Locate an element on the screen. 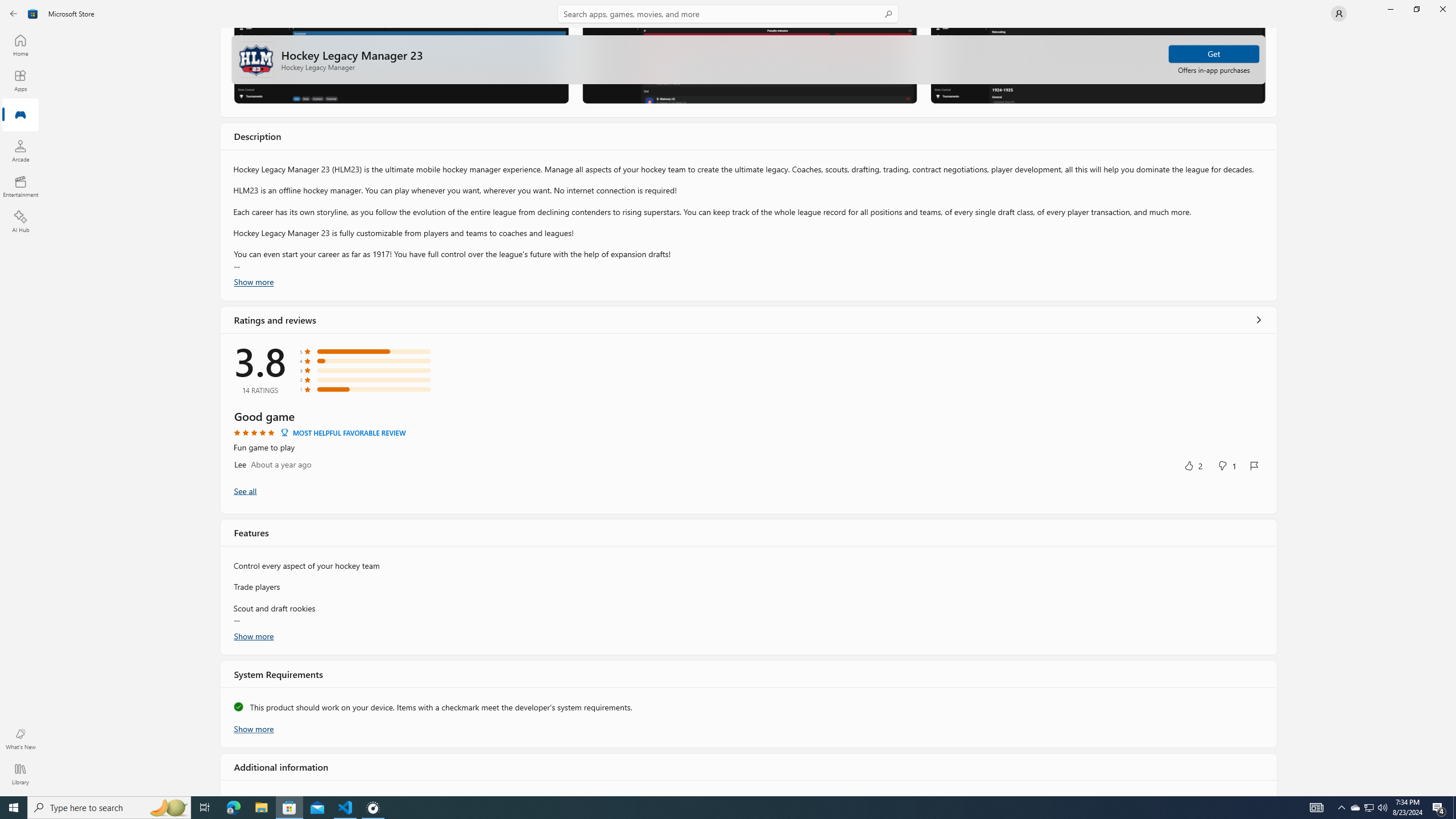 The width and height of the screenshot is (1456, 819). 'Minimize Microsoft Store' is located at coordinates (1389, 9).